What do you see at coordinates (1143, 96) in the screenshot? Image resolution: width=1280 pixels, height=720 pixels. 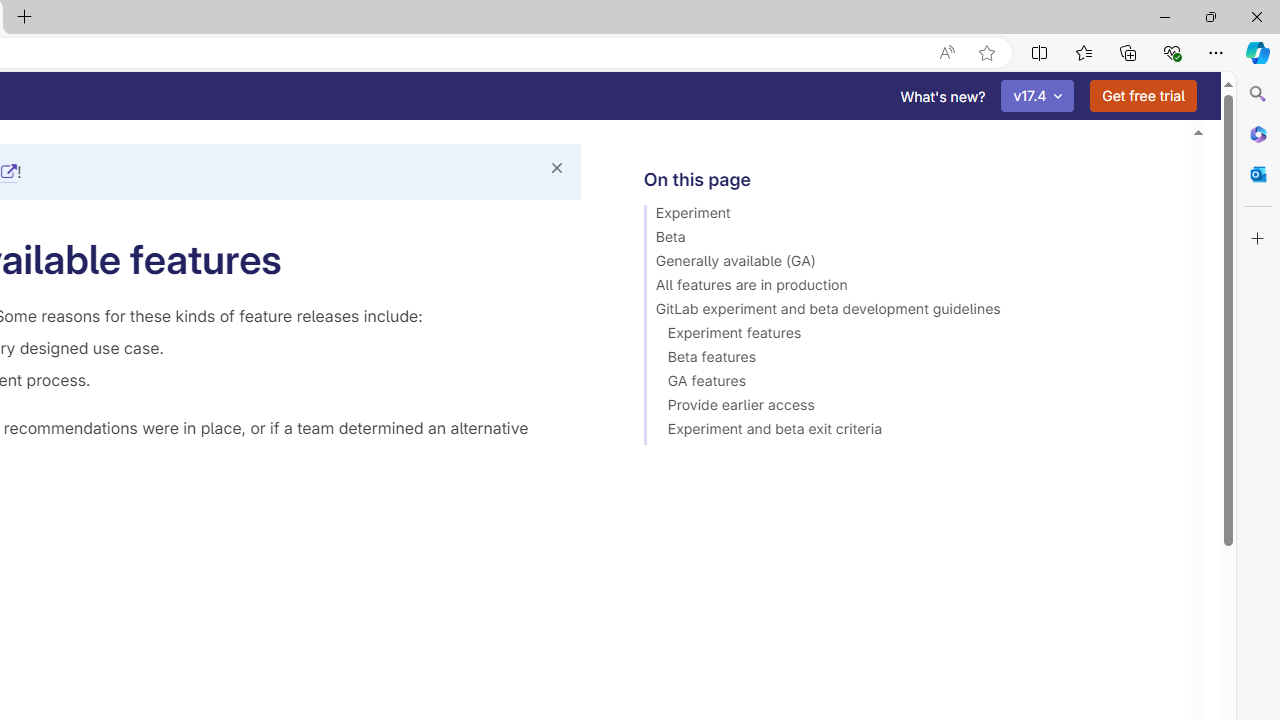 I see `'Get free trial'` at bounding box center [1143, 96].